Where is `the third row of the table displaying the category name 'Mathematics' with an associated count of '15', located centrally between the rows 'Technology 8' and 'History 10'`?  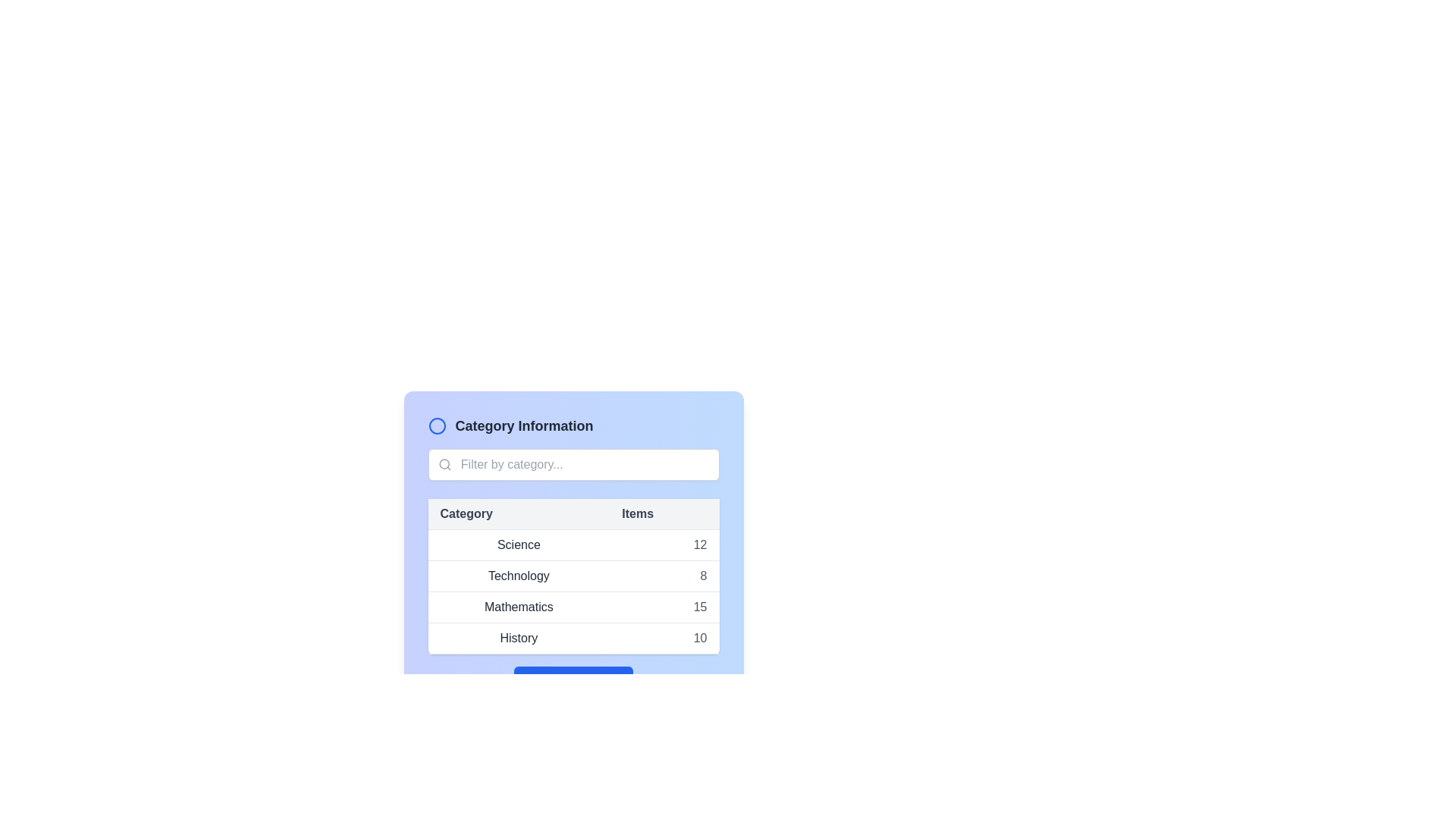
the third row of the table displaying the category name 'Mathematics' with an associated count of '15', located centrally between the rows 'Technology 8' and 'History 10' is located at coordinates (573, 607).